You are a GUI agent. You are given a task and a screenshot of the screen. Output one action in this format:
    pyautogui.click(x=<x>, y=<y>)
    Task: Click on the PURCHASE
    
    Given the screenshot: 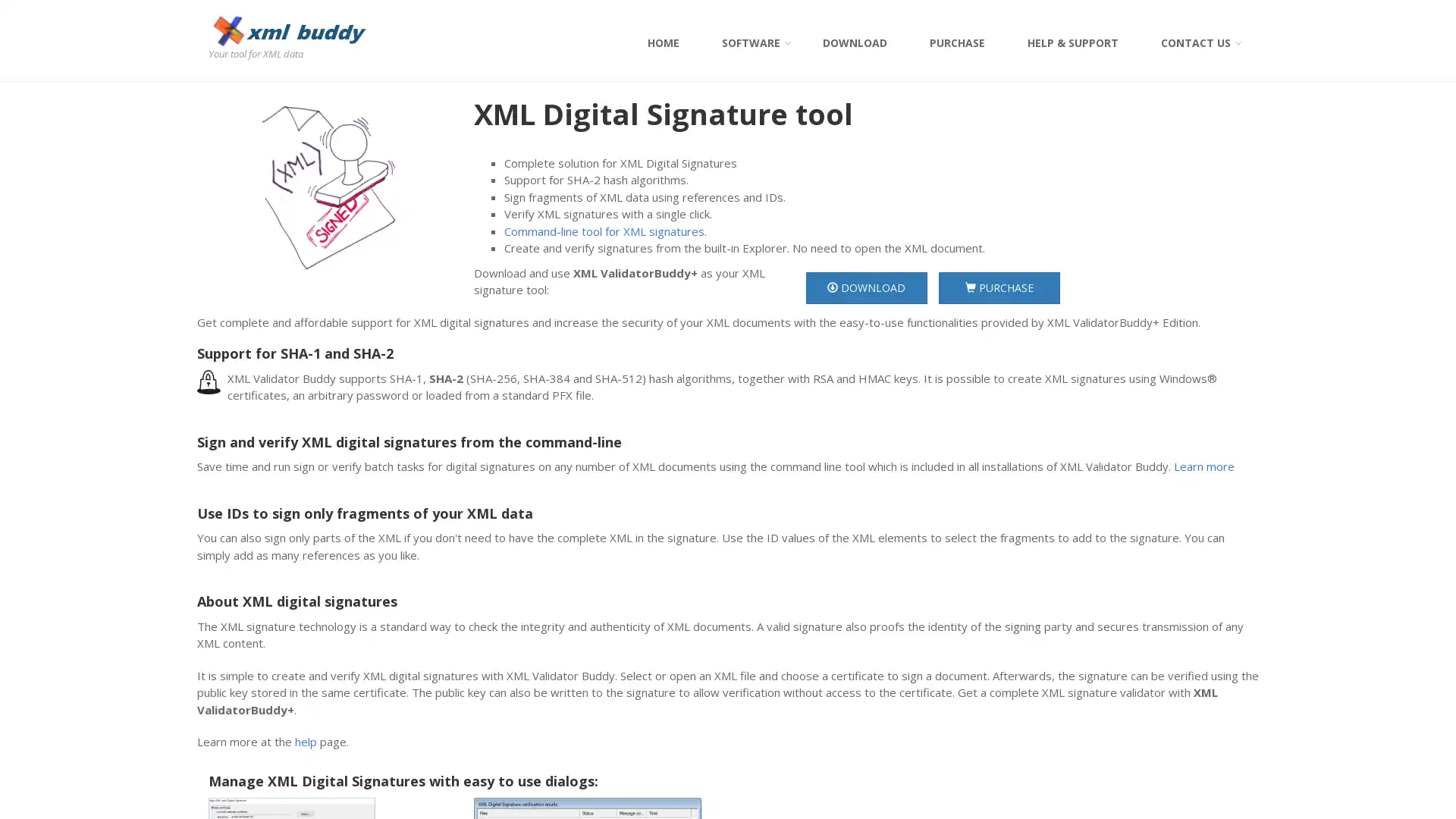 What is the action you would take?
    pyautogui.click(x=998, y=287)
    